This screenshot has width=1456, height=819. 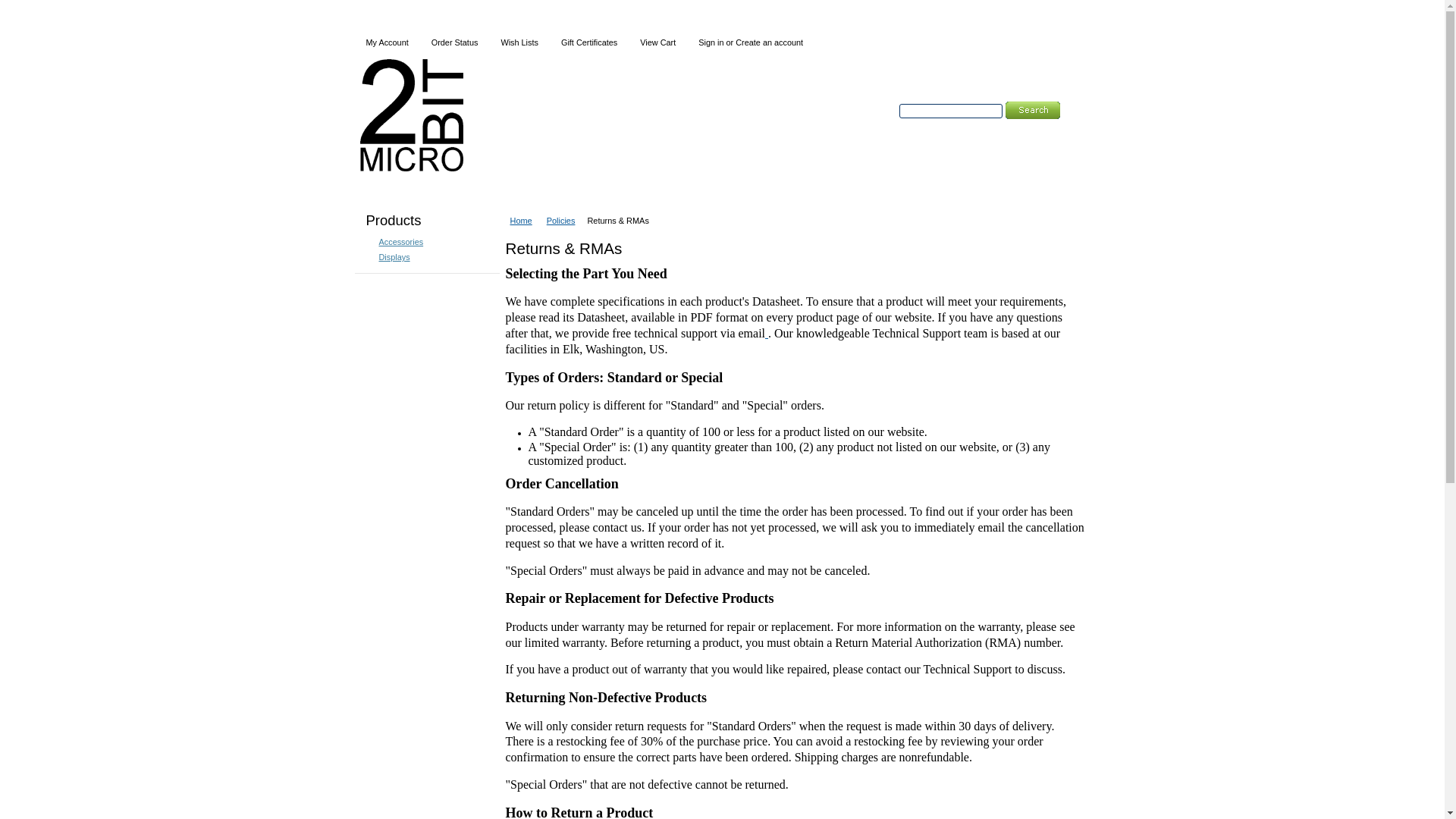 What do you see at coordinates (588, 42) in the screenshot?
I see `'Gift Certificates'` at bounding box center [588, 42].